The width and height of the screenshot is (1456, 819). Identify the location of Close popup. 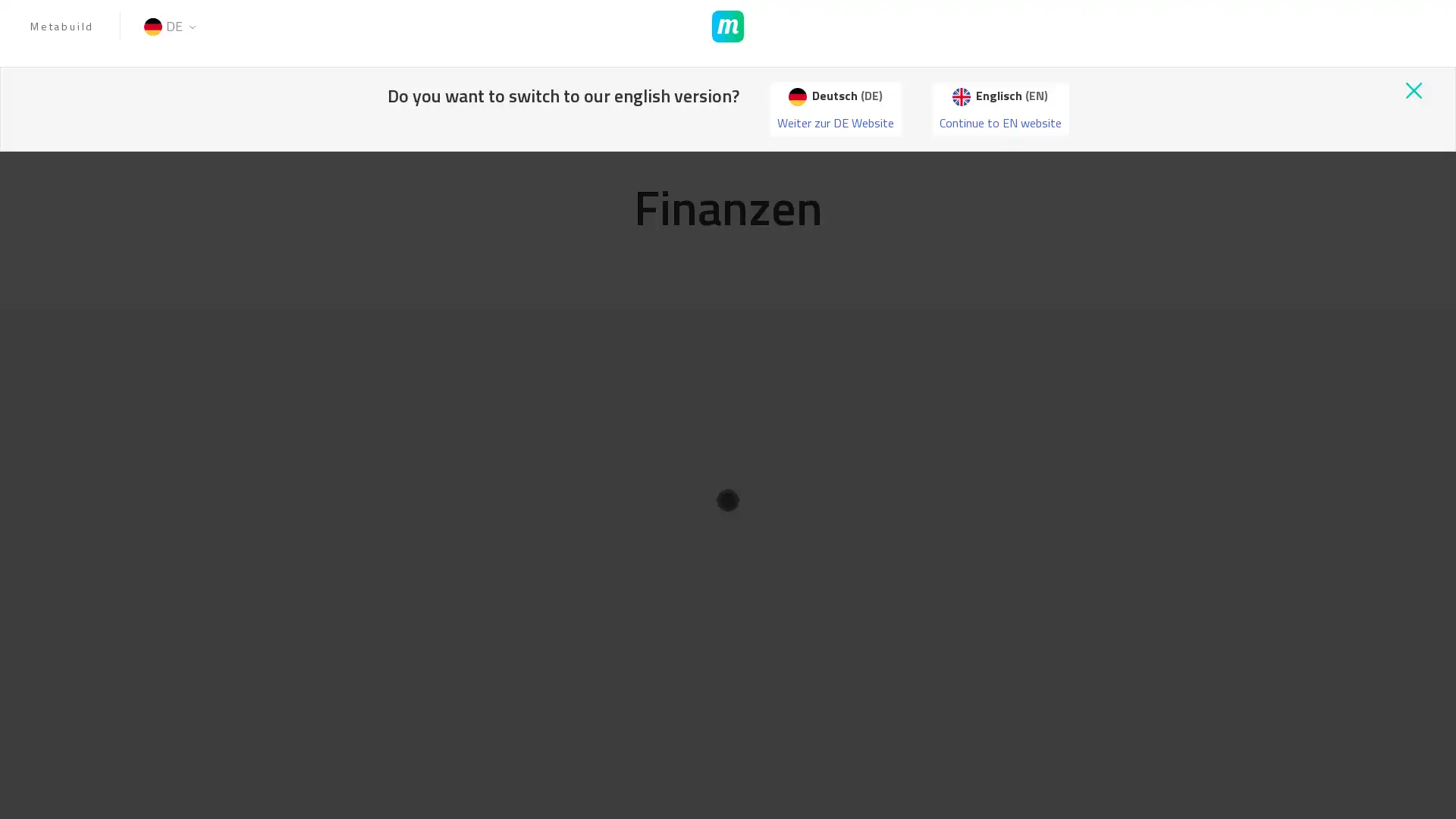
(1412, 90).